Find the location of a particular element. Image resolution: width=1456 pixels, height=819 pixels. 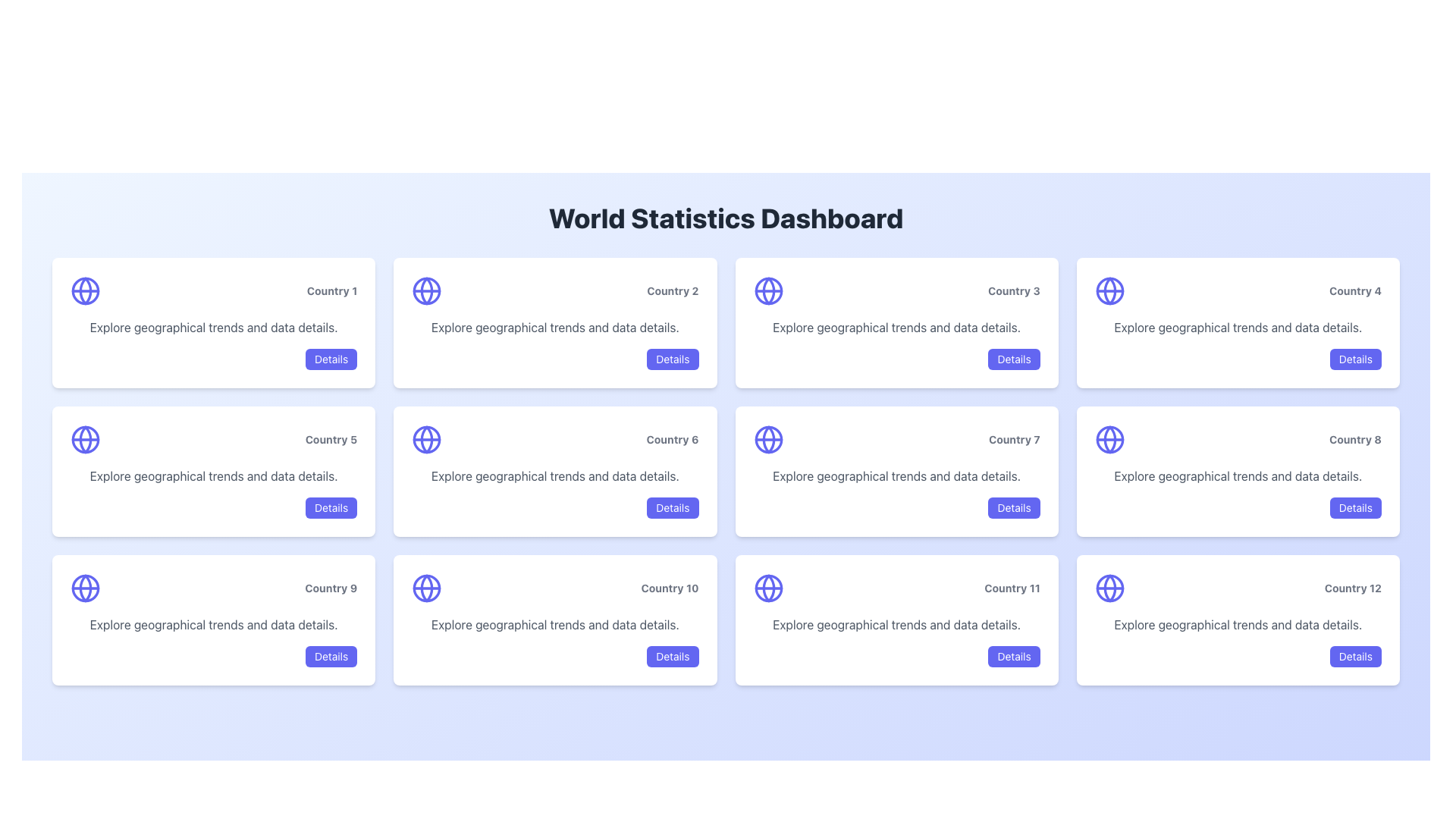

the circular shape within the globe icon associated with the 'Country 2' card, located in the second column of the first row of the layout grid is located at coordinates (426, 291).